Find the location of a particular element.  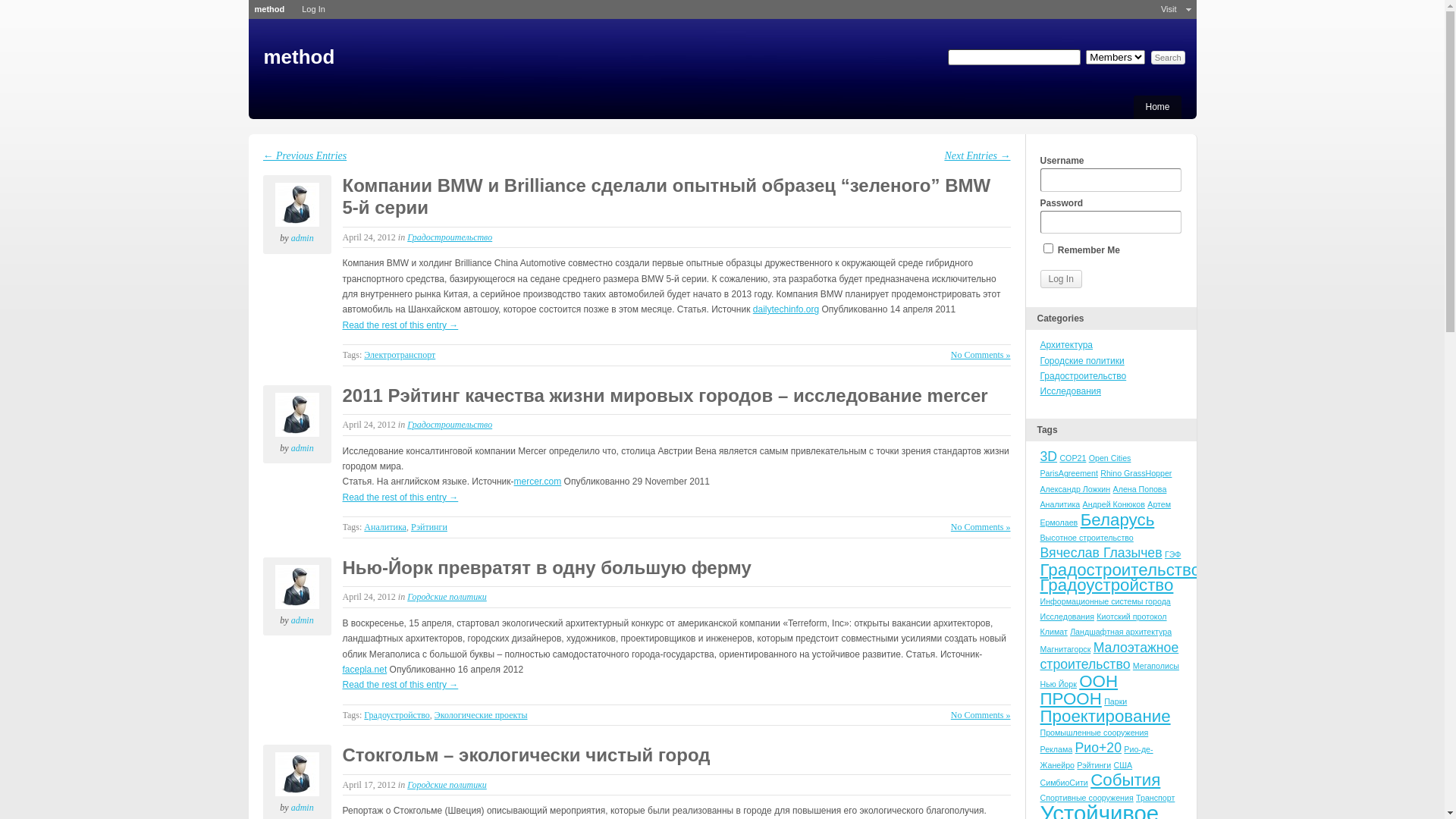

'mercer.com' is located at coordinates (513, 482).